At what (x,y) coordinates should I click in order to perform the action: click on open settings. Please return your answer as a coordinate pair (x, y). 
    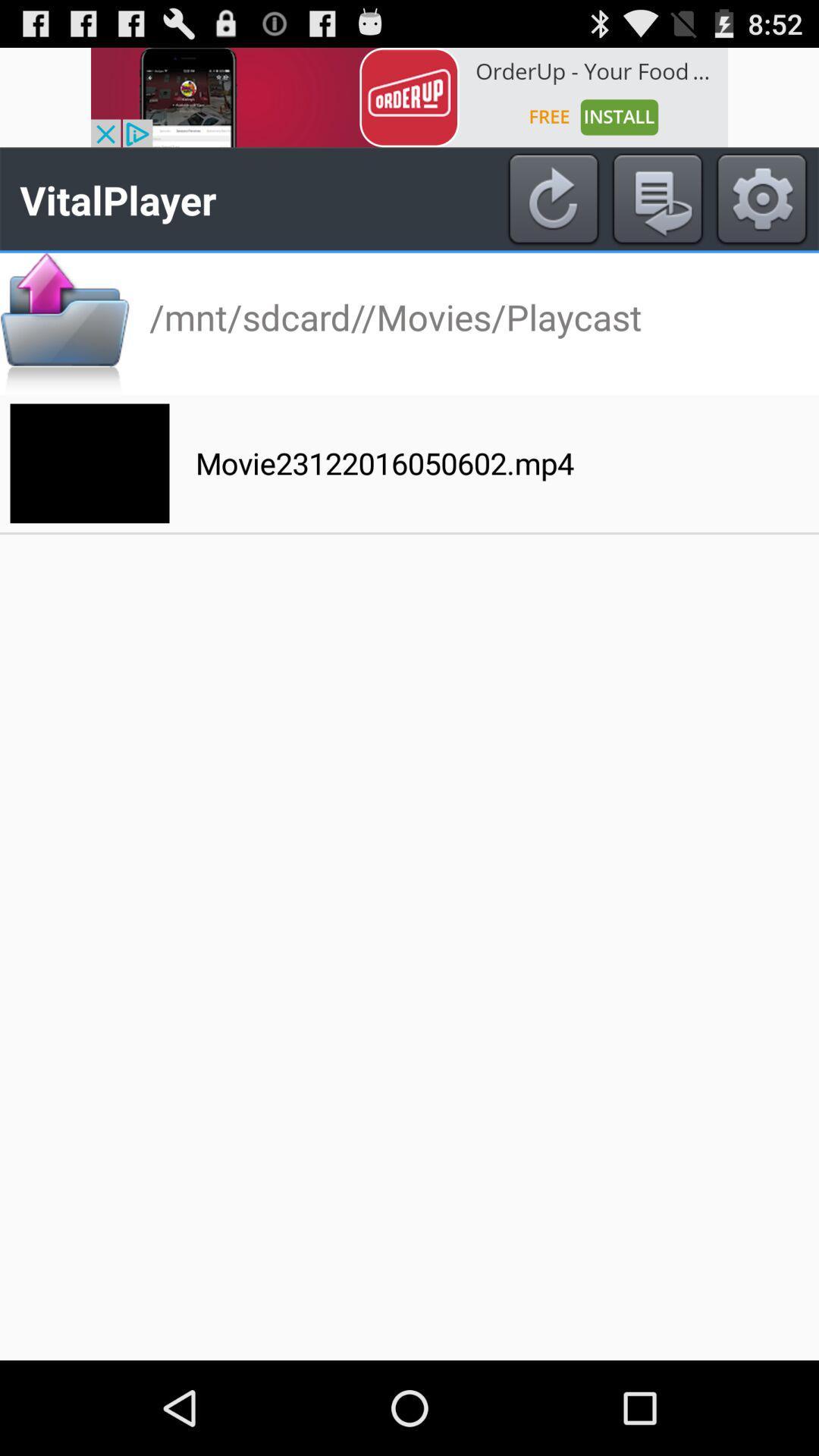
    Looking at the image, I should click on (761, 199).